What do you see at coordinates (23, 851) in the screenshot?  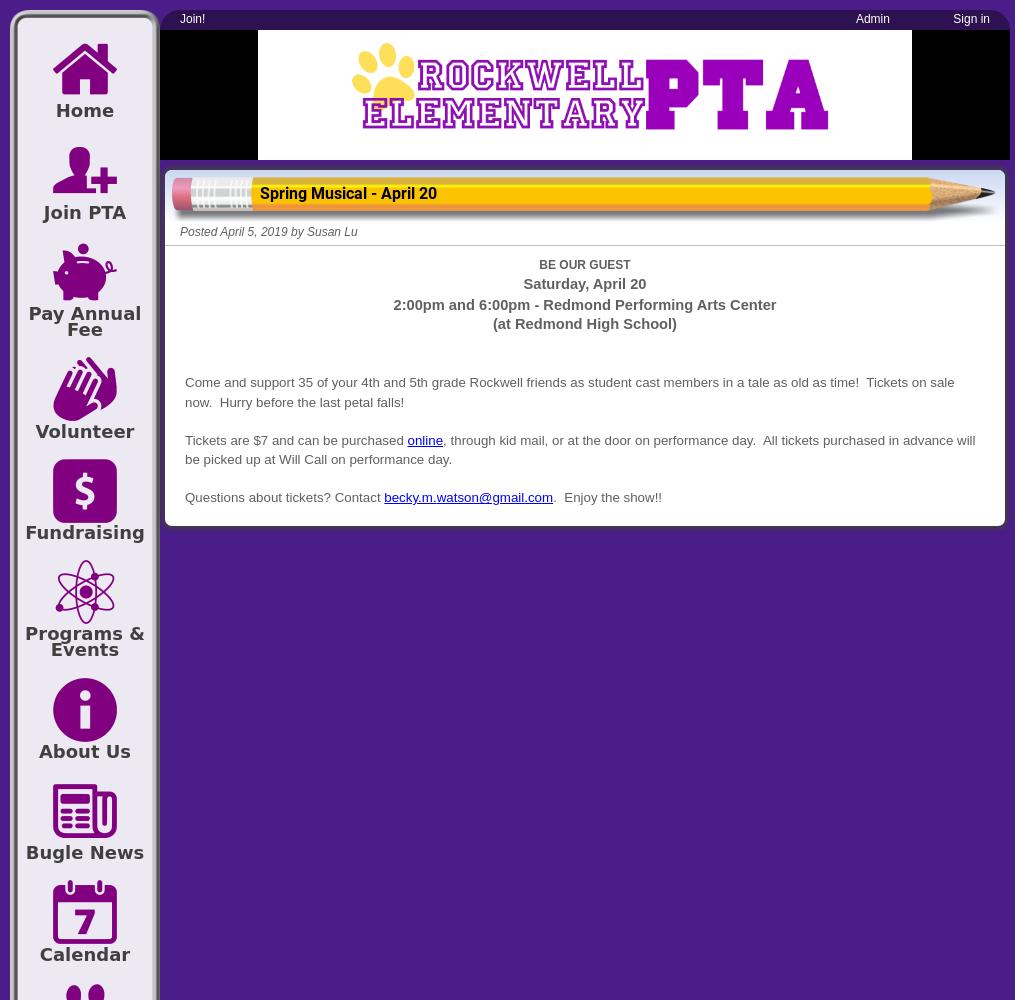 I see `'Bugle News'` at bounding box center [23, 851].